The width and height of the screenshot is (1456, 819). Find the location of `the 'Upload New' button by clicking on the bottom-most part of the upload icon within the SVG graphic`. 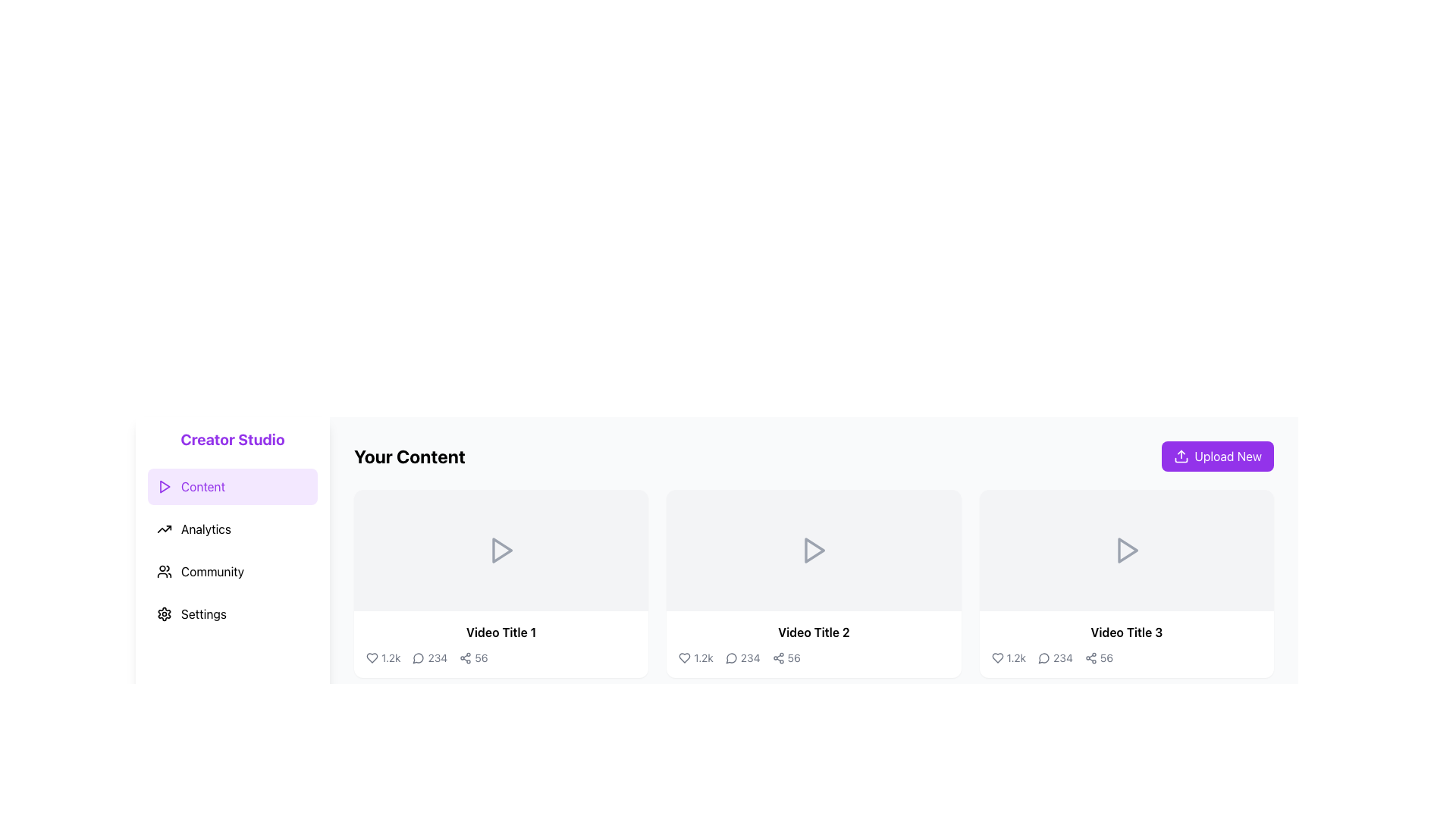

the 'Upload New' button by clicking on the bottom-most part of the upload icon within the SVG graphic is located at coordinates (1180, 459).